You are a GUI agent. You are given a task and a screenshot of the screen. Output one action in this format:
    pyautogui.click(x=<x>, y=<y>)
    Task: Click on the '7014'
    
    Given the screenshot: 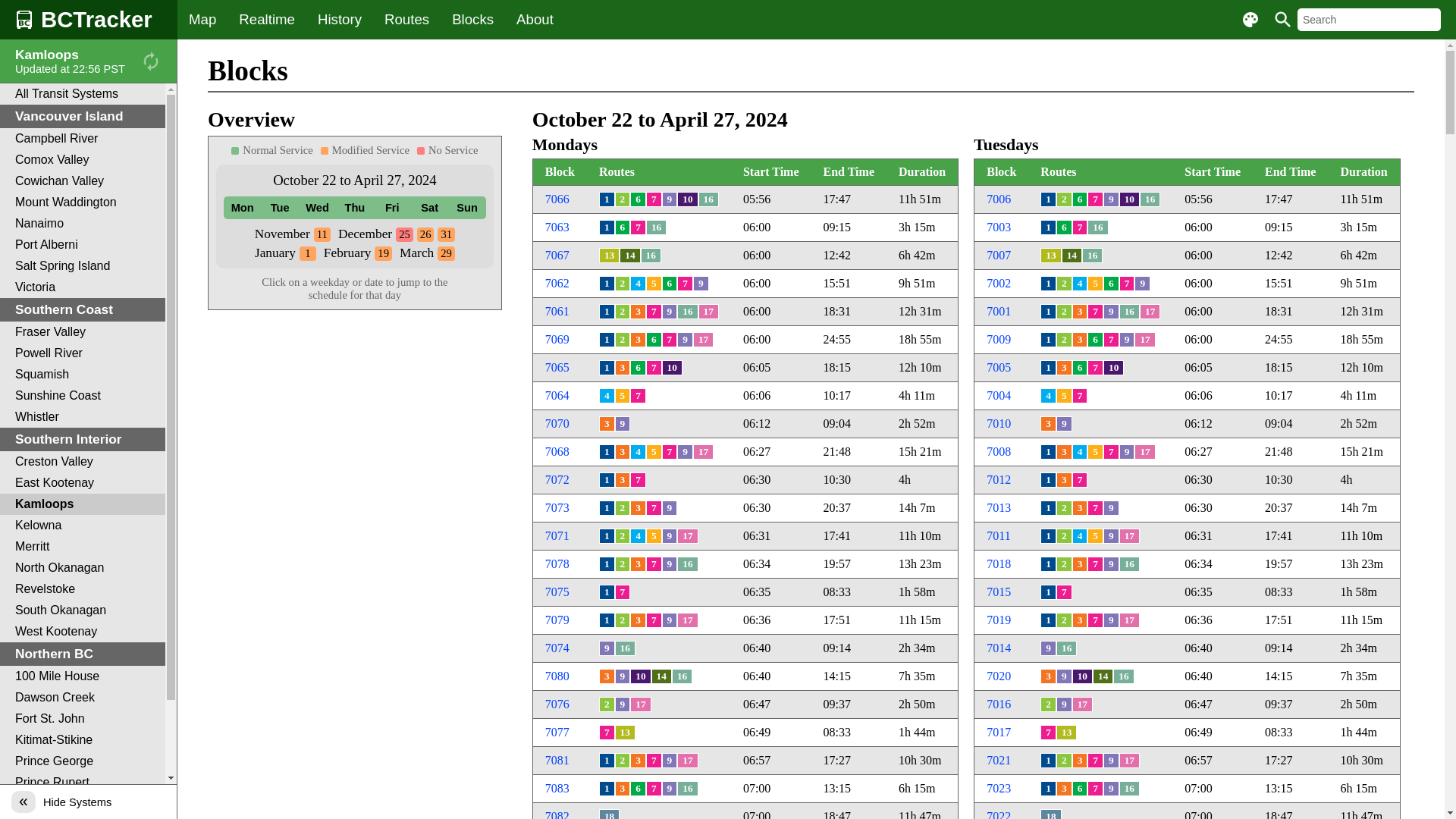 What is the action you would take?
    pyautogui.click(x=998, y=648)
    